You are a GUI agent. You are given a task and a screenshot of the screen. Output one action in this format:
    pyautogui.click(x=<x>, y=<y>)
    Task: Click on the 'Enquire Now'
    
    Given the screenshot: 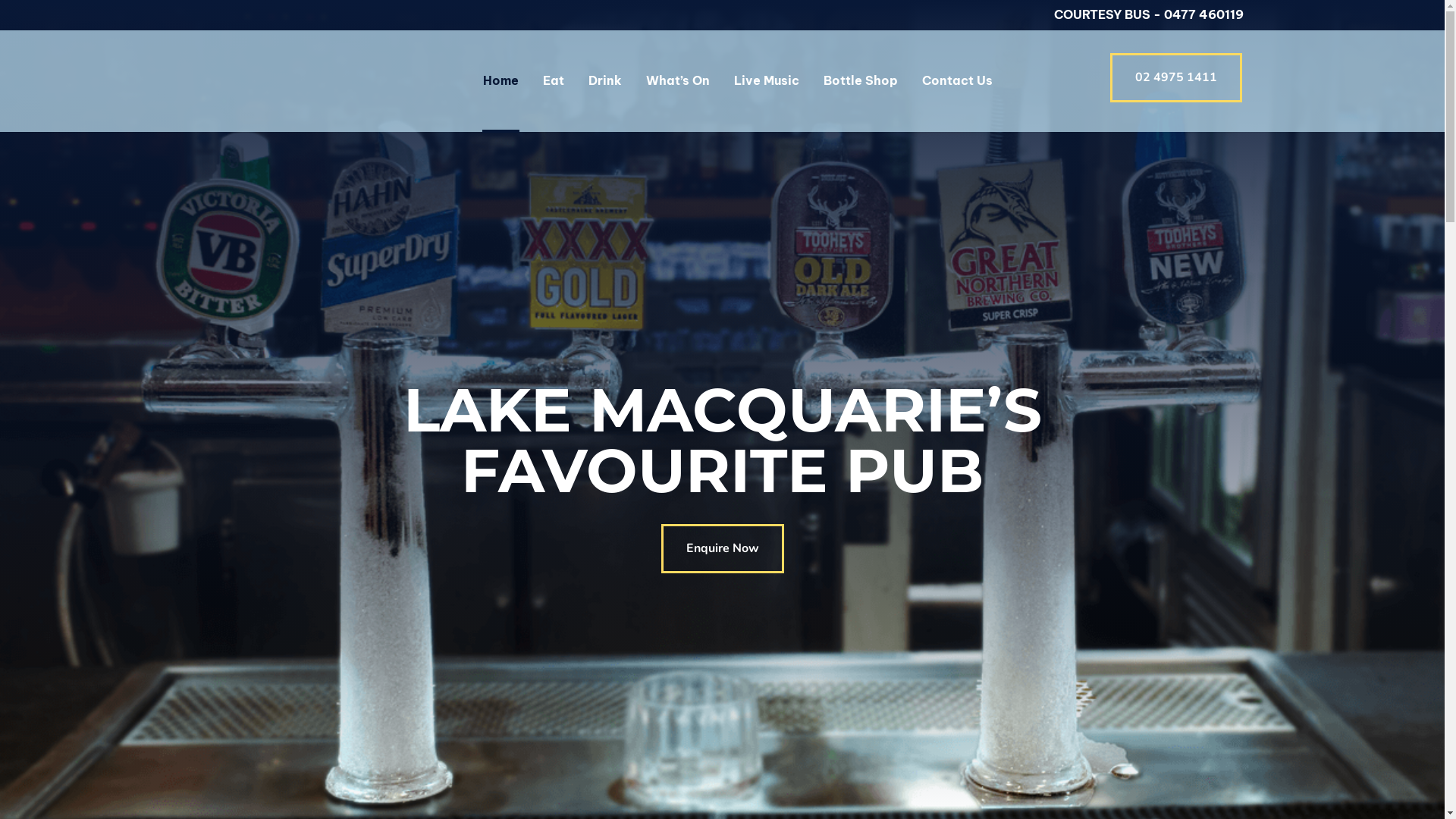 What is the action you would take?
    pyautogui.click(x=722, y=548)
    